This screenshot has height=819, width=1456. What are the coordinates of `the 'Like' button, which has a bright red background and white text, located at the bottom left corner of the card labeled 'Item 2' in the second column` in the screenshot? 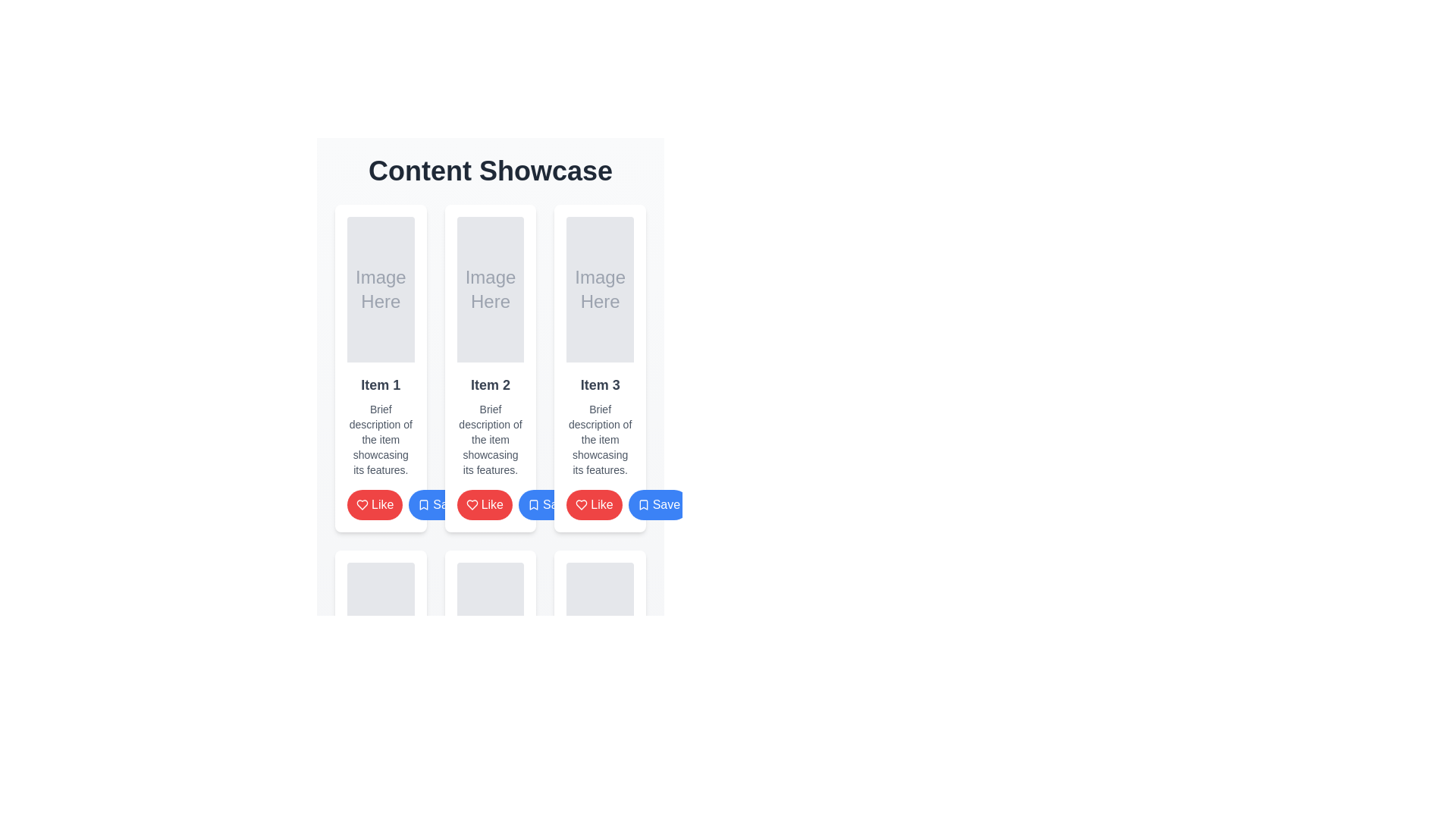 It's located at (375, 505).